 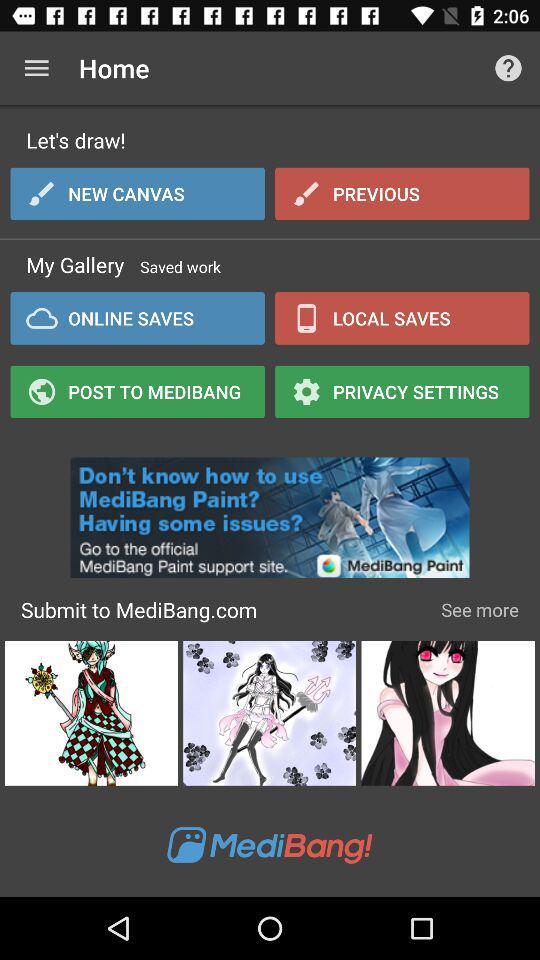 What do you see at coordinates (402, 193) in the screenshot?
I see `previous item` at bounding box center [402, 193].